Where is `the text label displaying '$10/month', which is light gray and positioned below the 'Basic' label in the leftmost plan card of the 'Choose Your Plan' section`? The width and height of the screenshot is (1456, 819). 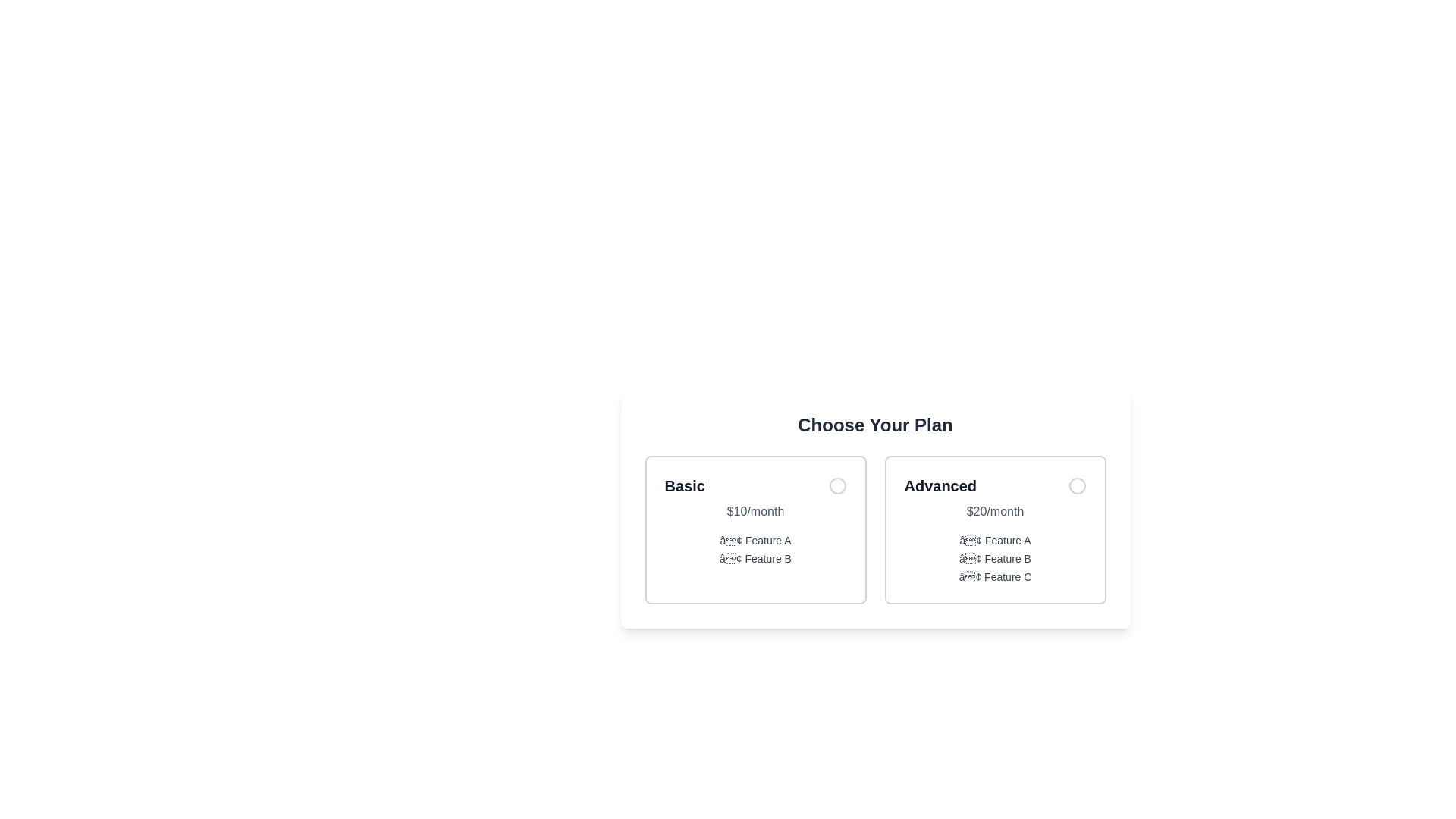 the text label displaying '$10/month', which is light gray and positioned below the 'Basic' label in the leftmost plan card of the 'Choose Your Plan' section is located at coordinates (755, 512).